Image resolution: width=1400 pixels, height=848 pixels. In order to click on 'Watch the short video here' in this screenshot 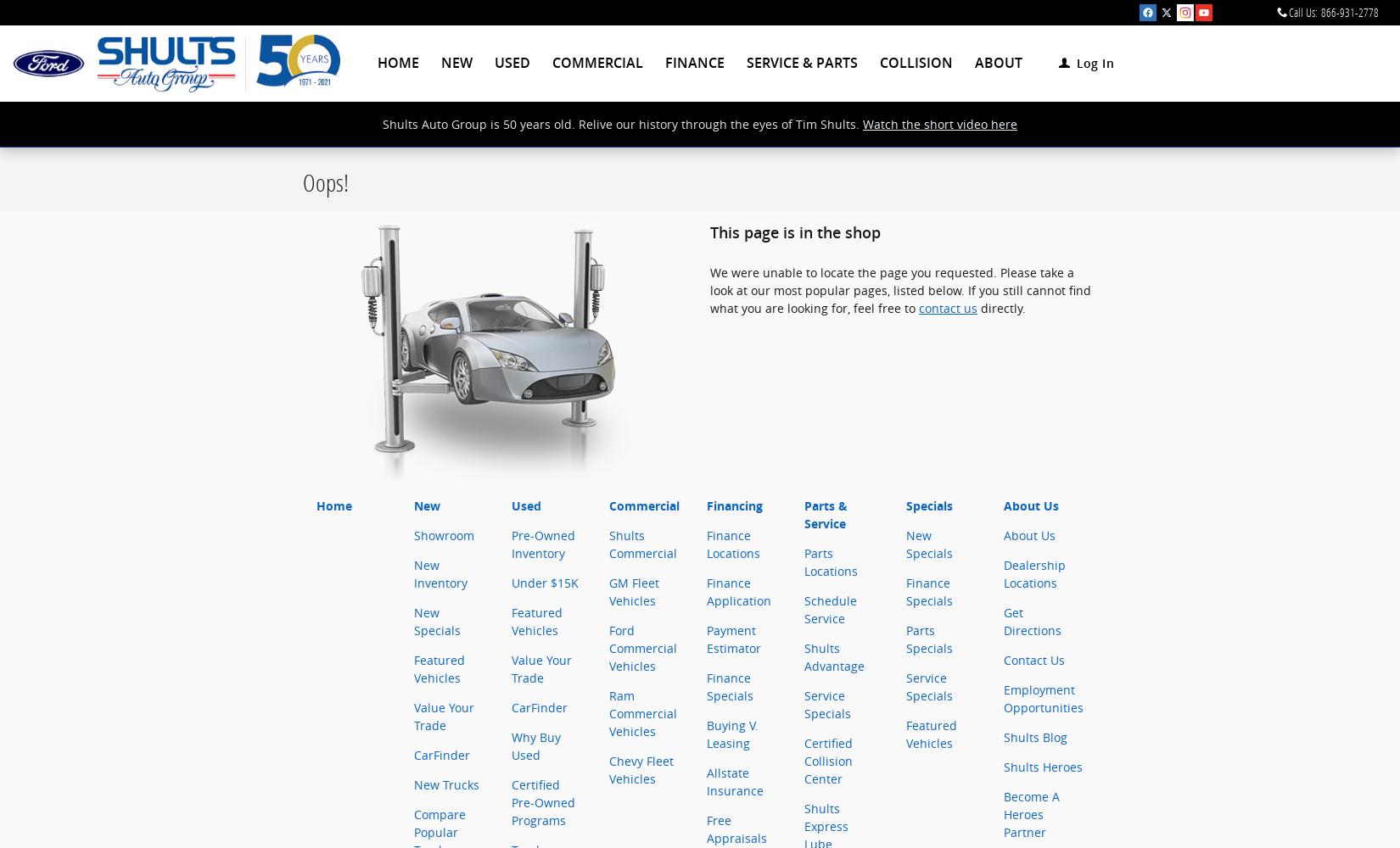, I will do `click(939, 124)`.